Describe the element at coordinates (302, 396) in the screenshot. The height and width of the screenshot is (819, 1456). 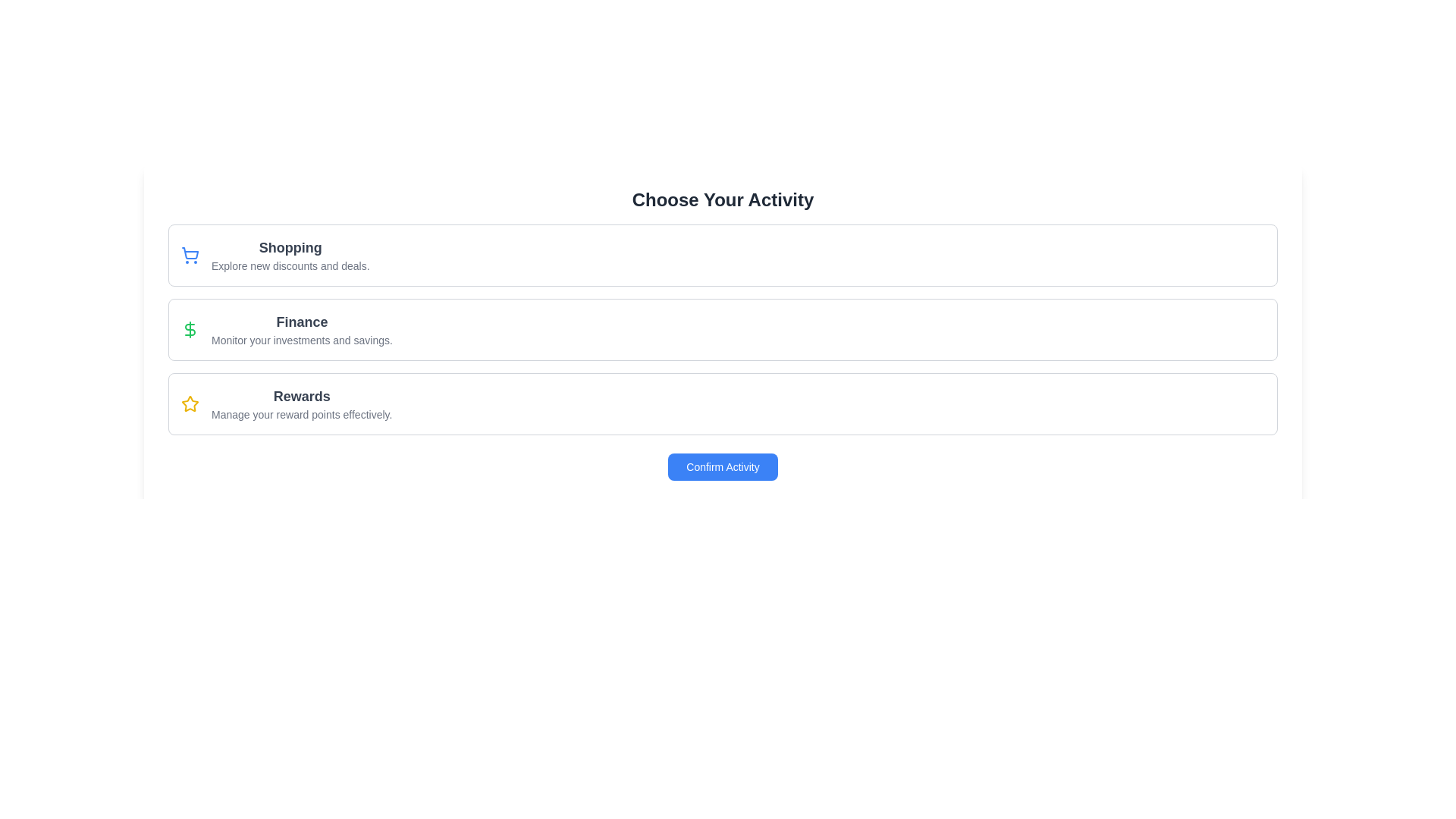
I see `the 'Rewards' text label, which is a bold, gray-colored heading indicating a subsection of information in a vertically stacked group of sections` at that location.